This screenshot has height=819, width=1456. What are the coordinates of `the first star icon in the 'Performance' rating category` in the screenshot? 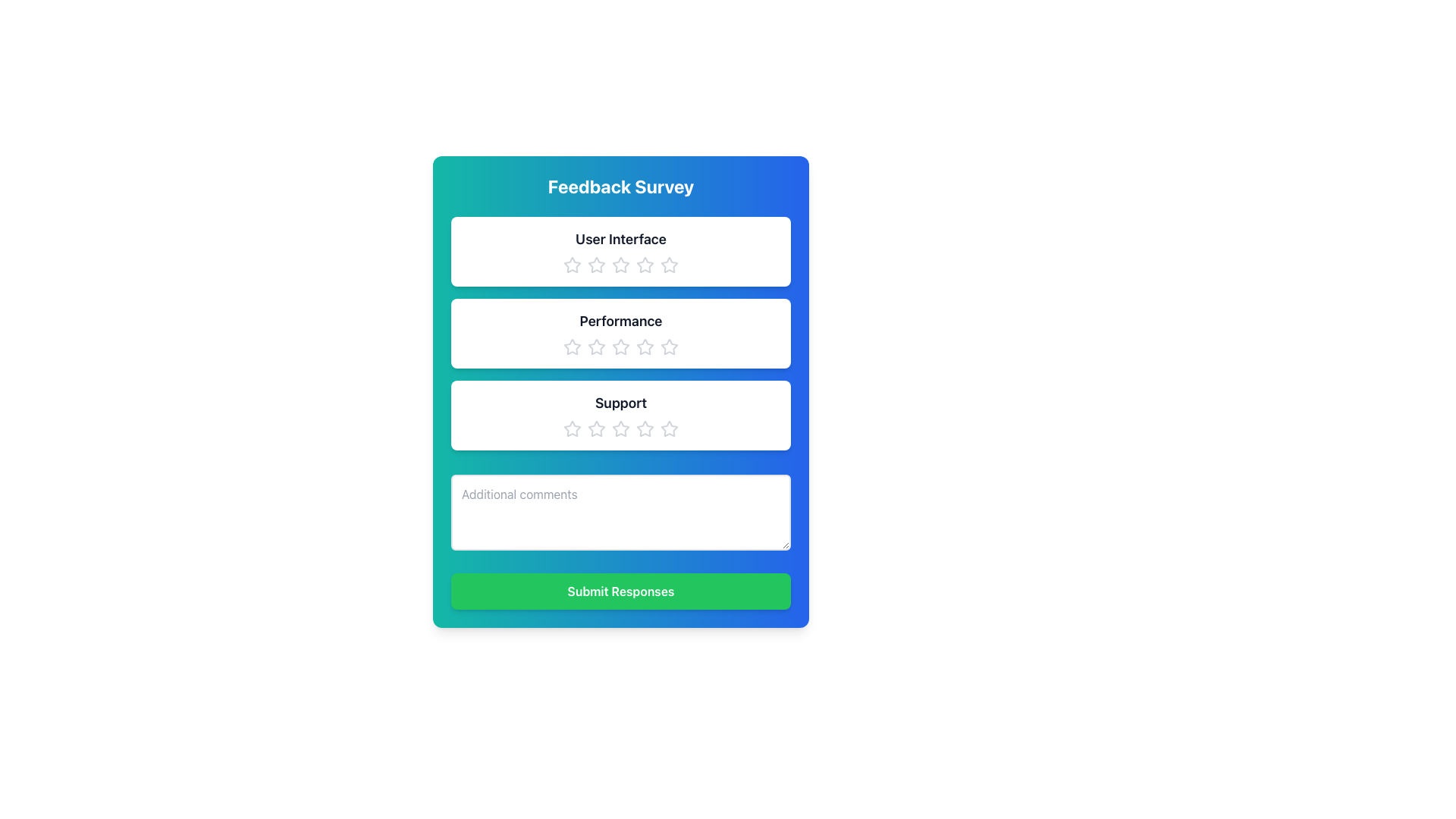 It's located at (571, 347).